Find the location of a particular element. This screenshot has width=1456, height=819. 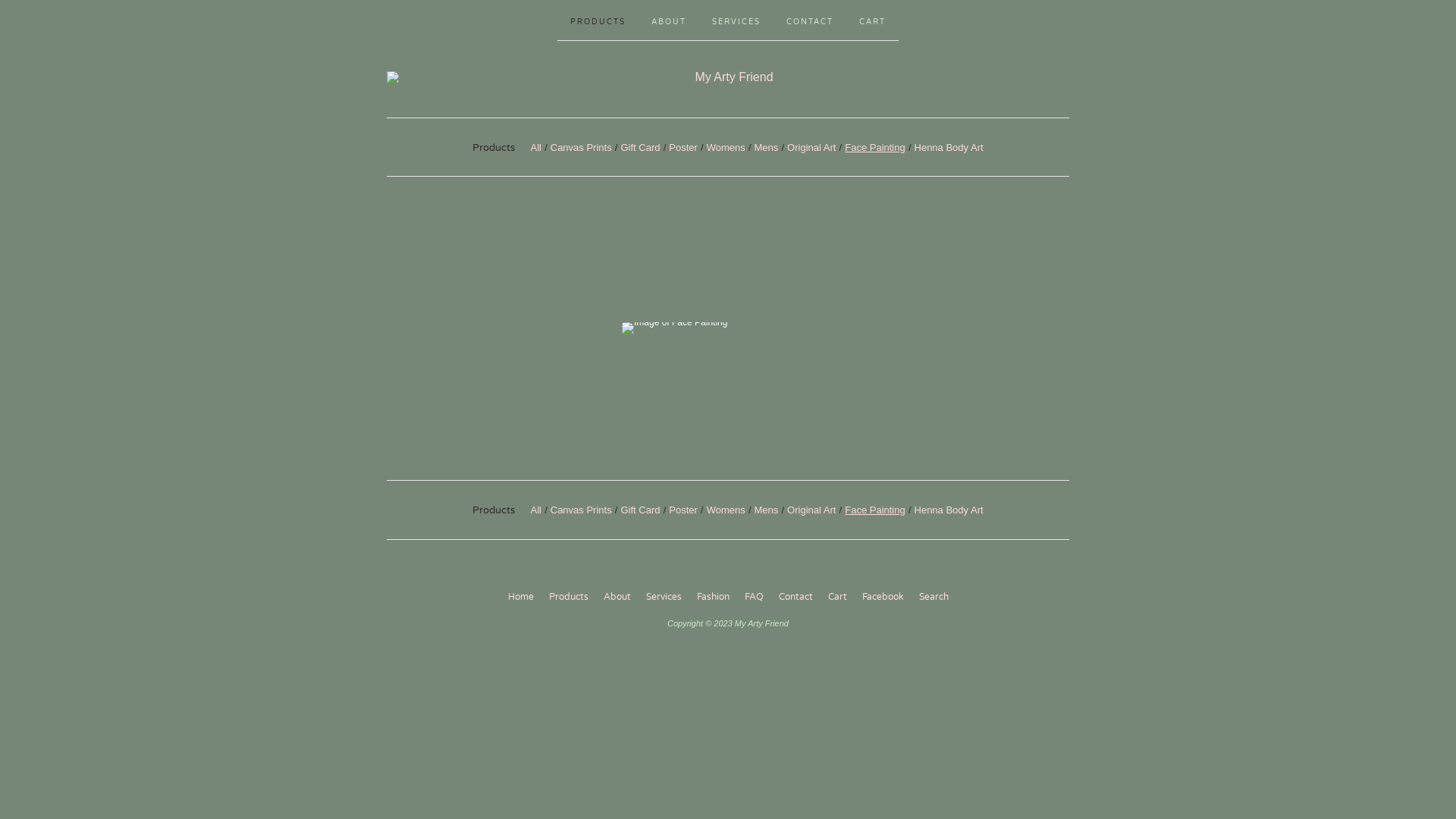

'Facebook' is located at coordinates (882, 596).